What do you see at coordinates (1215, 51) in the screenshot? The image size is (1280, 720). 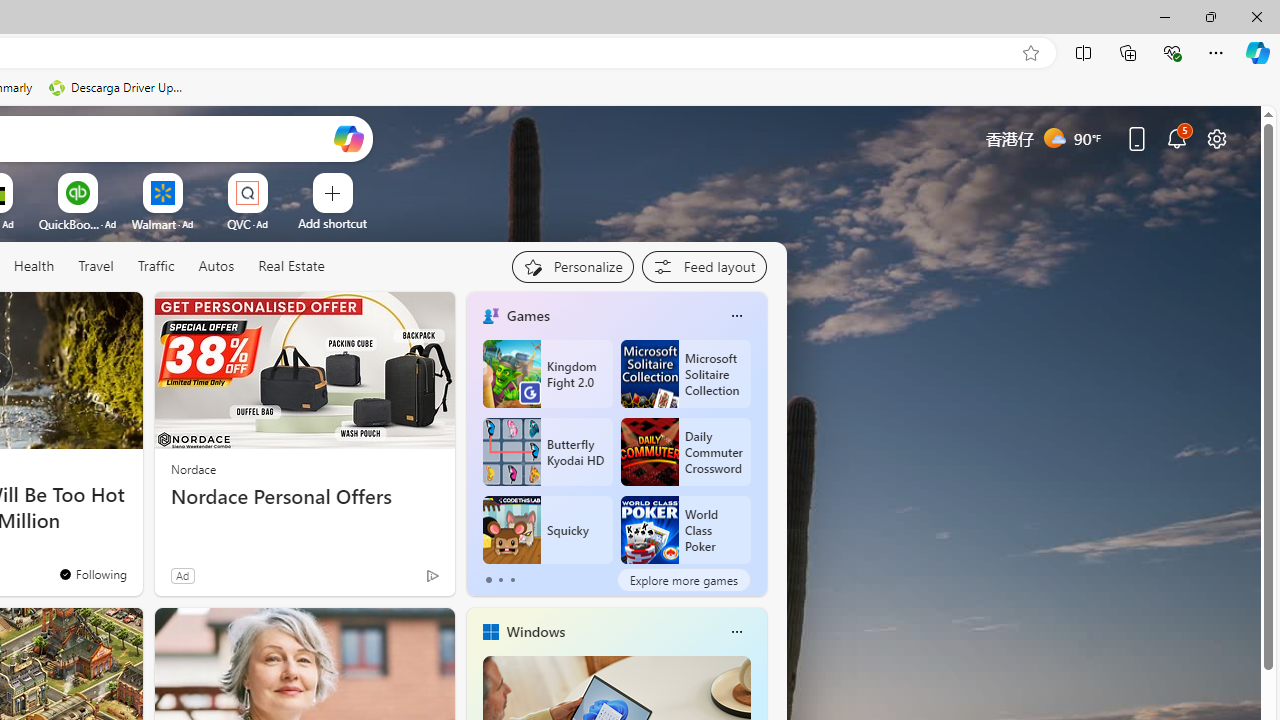 I see `'Settings and more (Alt+F)'` at bounding box center [1215, 51].